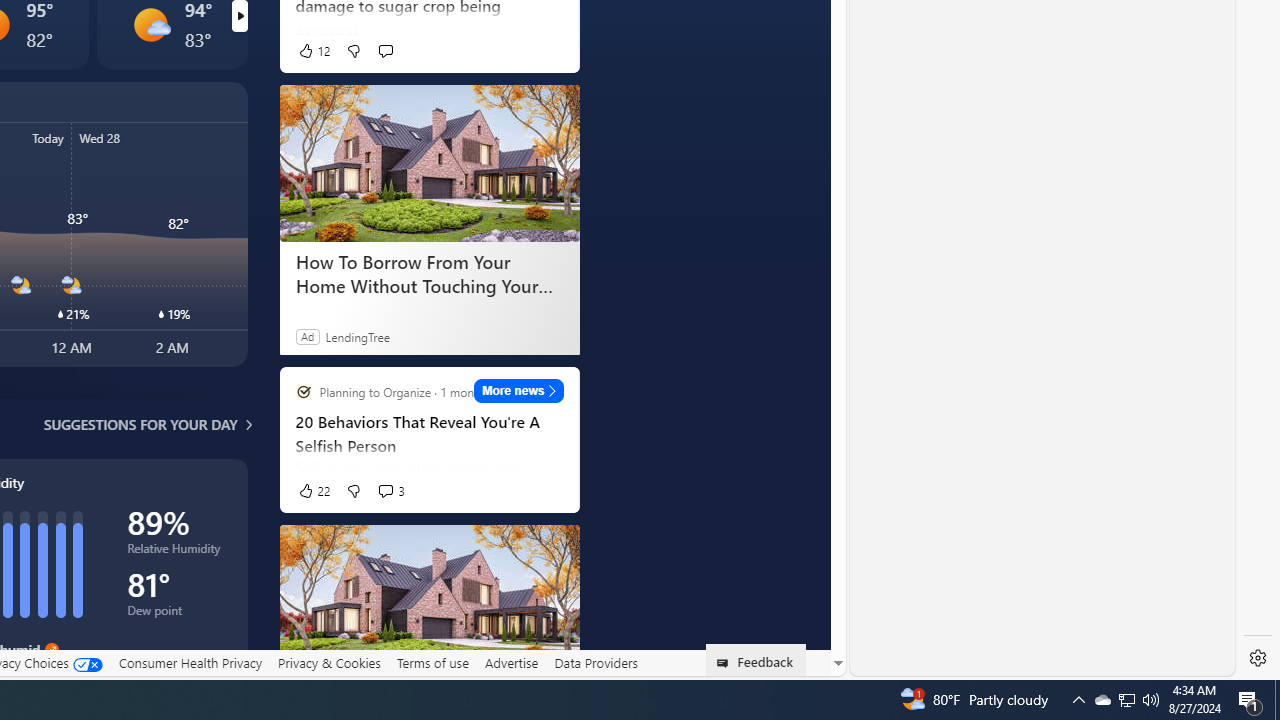 The width and height of the screenshot is (1280, 720). I want to click on 'Advertise', so click(511, 662).